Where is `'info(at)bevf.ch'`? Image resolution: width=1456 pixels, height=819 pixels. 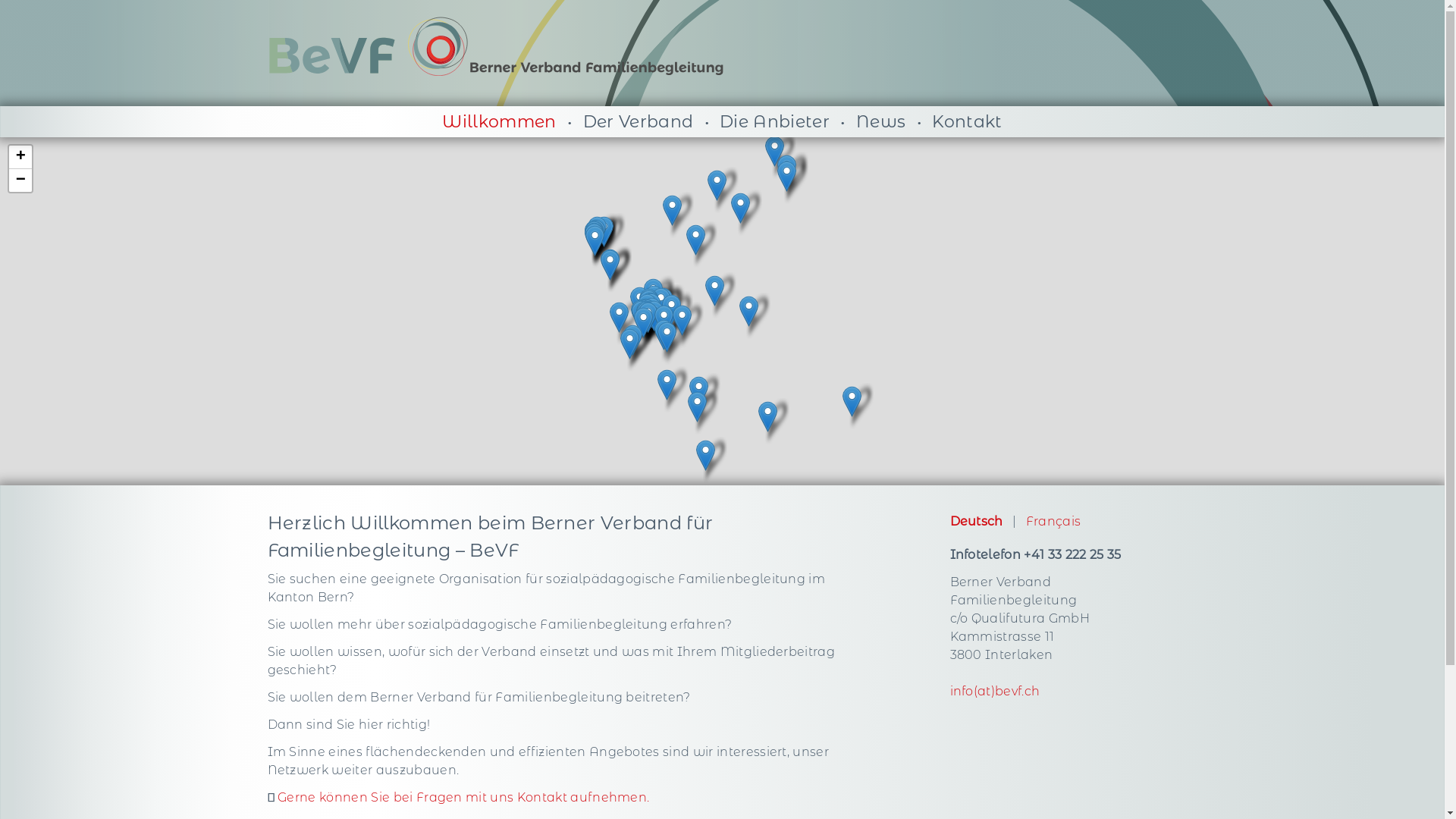
'info(at)bevf.ch' is located at coordinates (994, 691).